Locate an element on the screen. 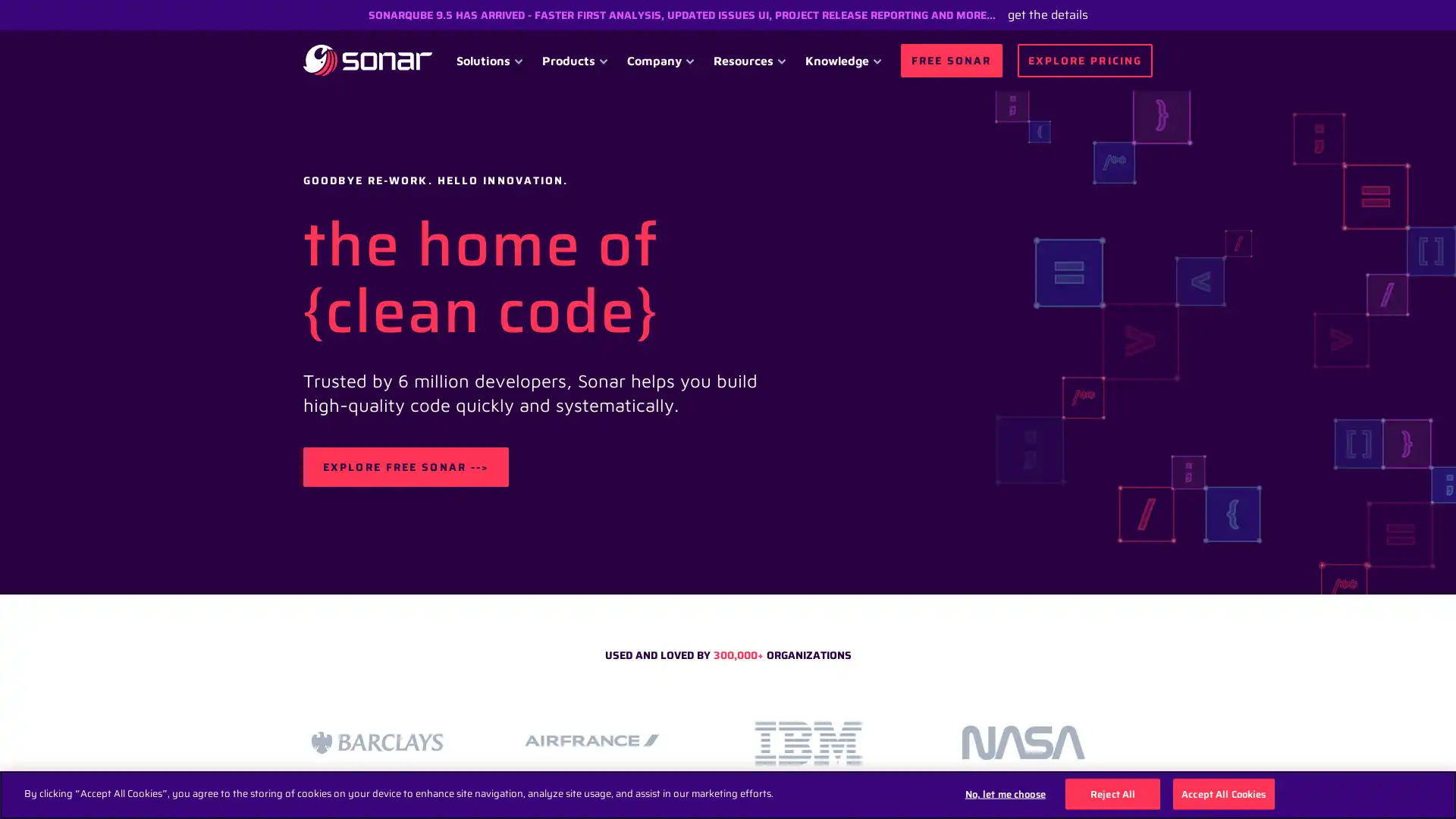 The height and width of the screenshot is (819, 1456). Accept All Cookies is located at coordinates (1223, 792).